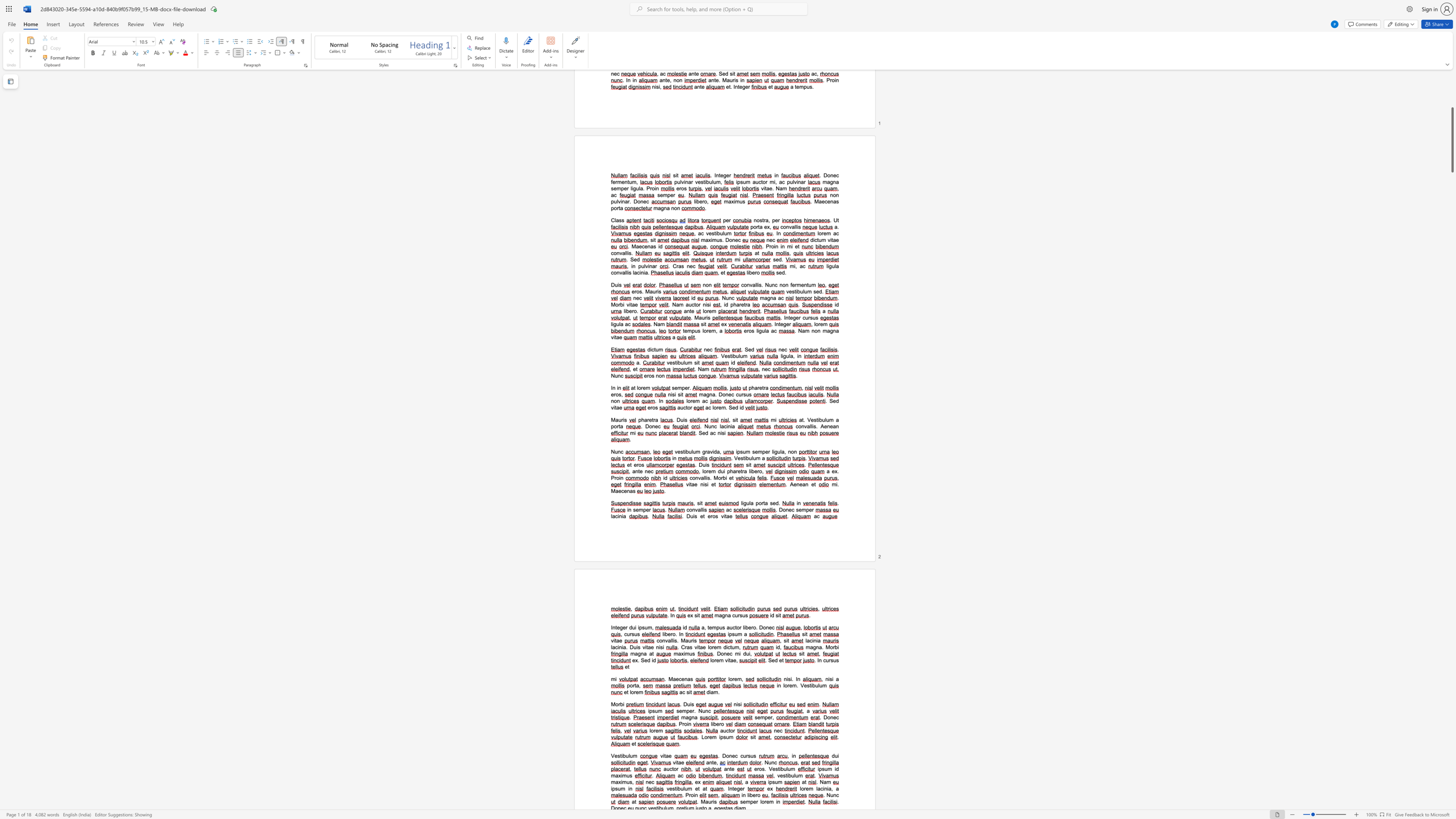 This screenshot has width=1456, height=819. Describe the element at coordinates (757, 794) in the screenshot. I see `the space between the continuous character "r" and "o" in the text` at that location.